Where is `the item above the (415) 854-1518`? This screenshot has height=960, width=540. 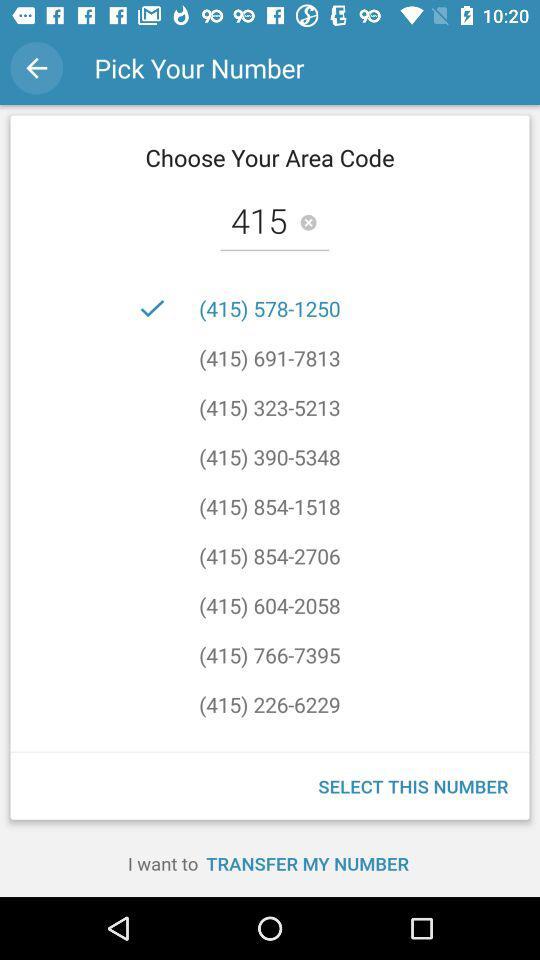 the item above the (415) 854-1518 is located at coordinates (269, 457).